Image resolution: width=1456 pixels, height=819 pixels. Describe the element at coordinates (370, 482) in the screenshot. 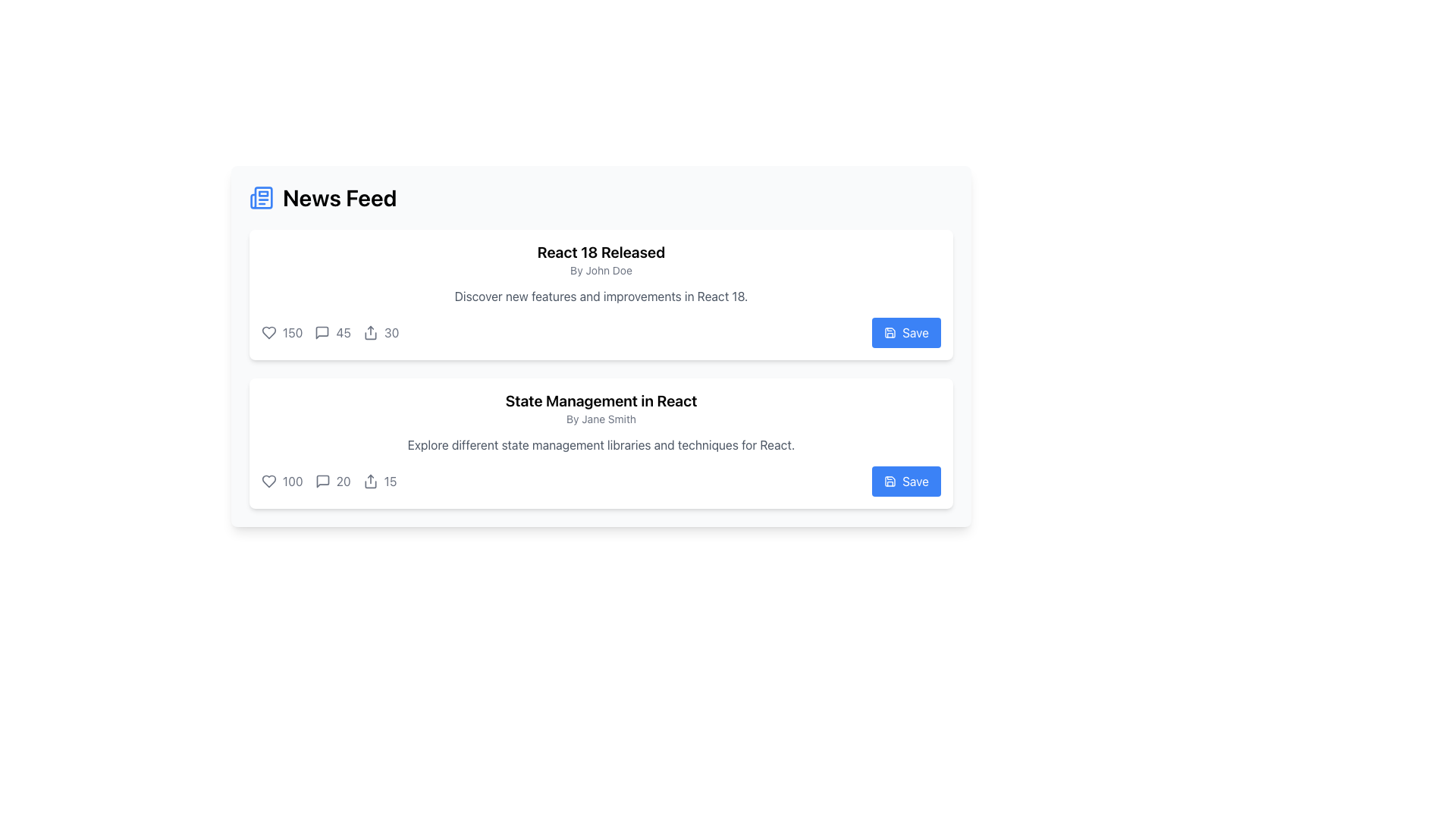

I see `the 'share' icon represented by an upwards arrow next to the text '15' in the second post card` at that location.